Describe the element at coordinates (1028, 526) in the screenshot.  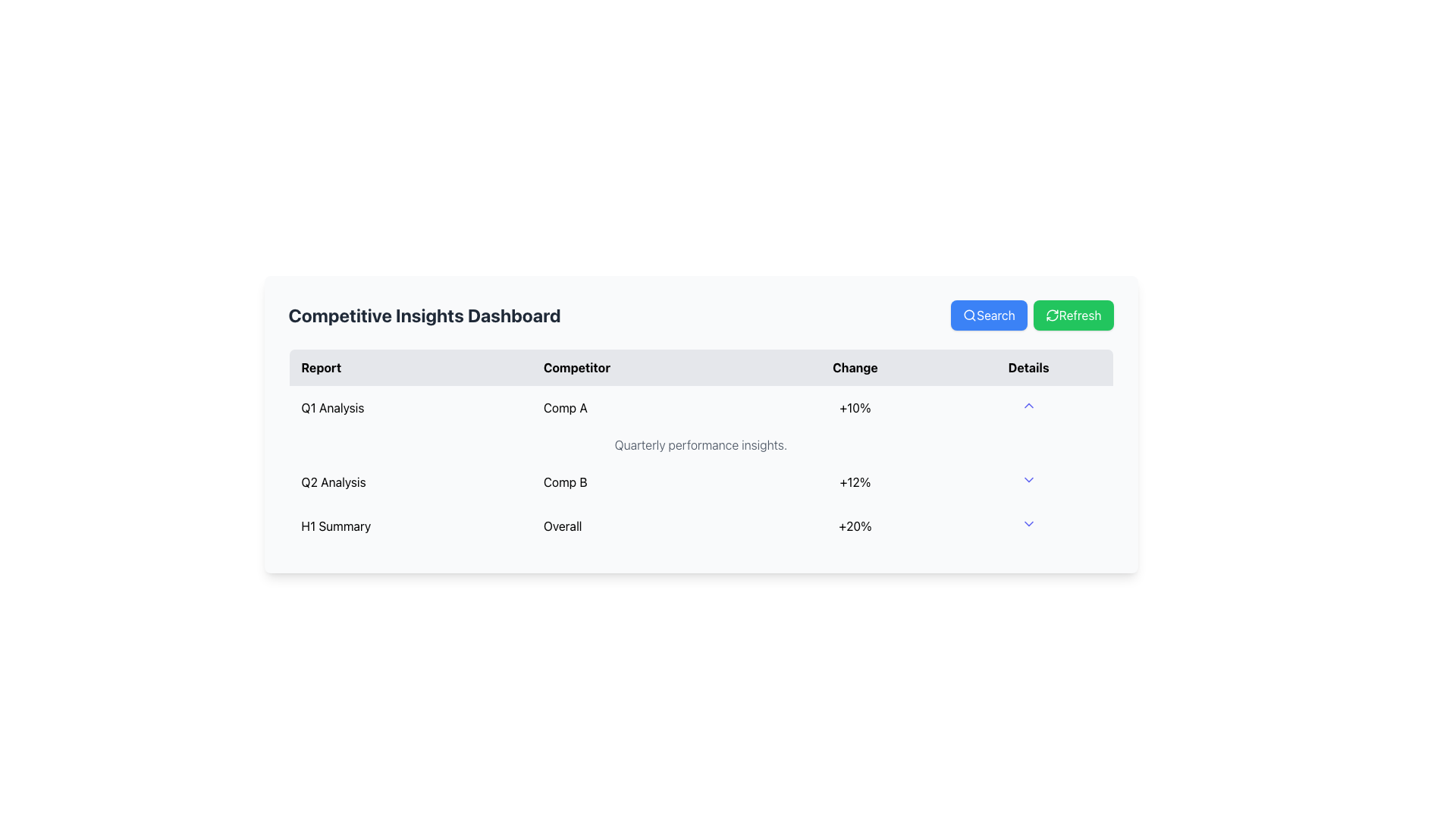
I see `the dropdown toggle button, represented as a downward-facing chevron, located in the last column of the 'H1 Summary' row under the 'Details' column` at that location.